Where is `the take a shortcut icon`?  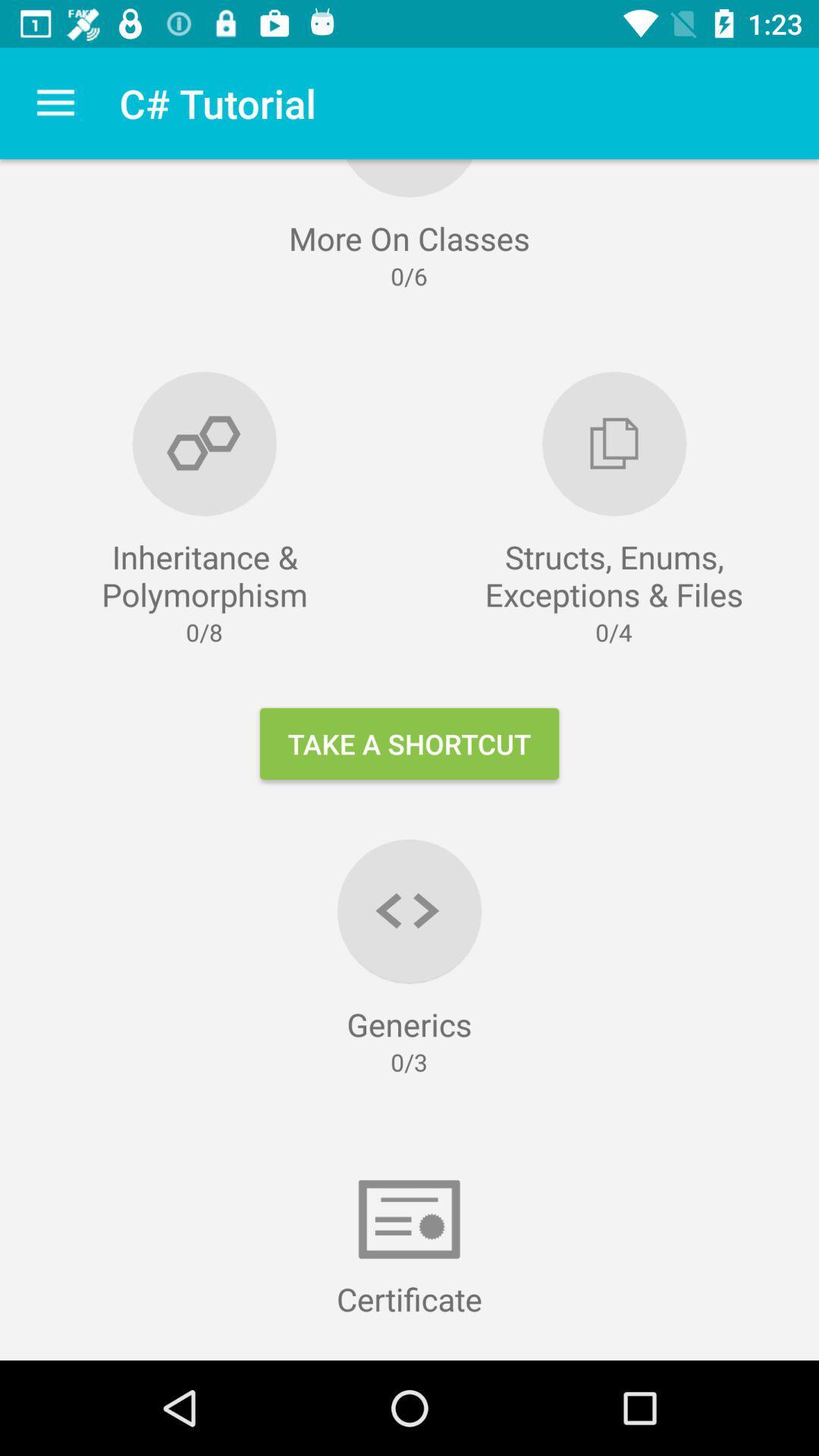
the take a shortcut icon is located at coordinates (409, 743).